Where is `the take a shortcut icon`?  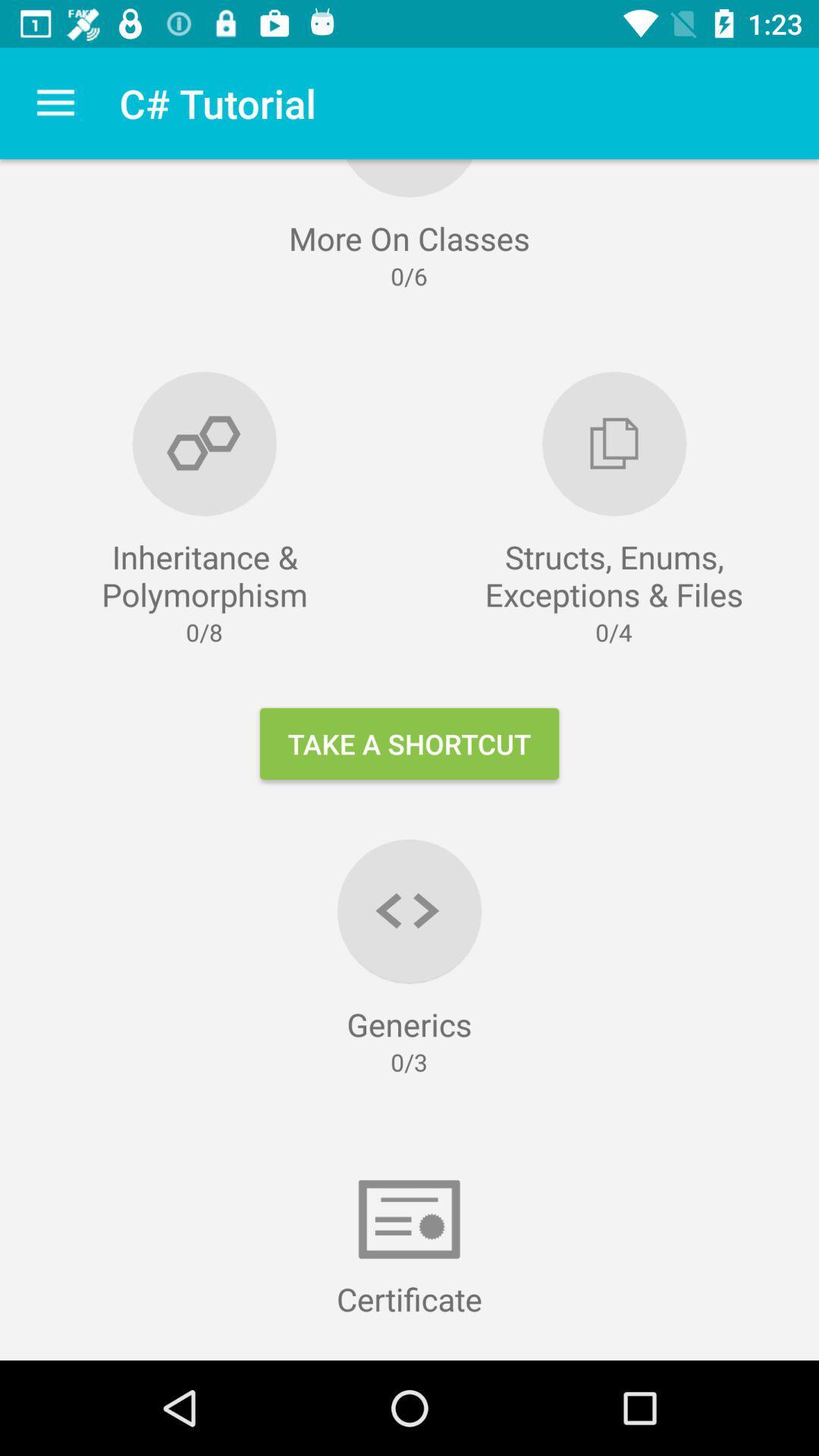
the take a shortcut icon is located at coordinates (409, 743).